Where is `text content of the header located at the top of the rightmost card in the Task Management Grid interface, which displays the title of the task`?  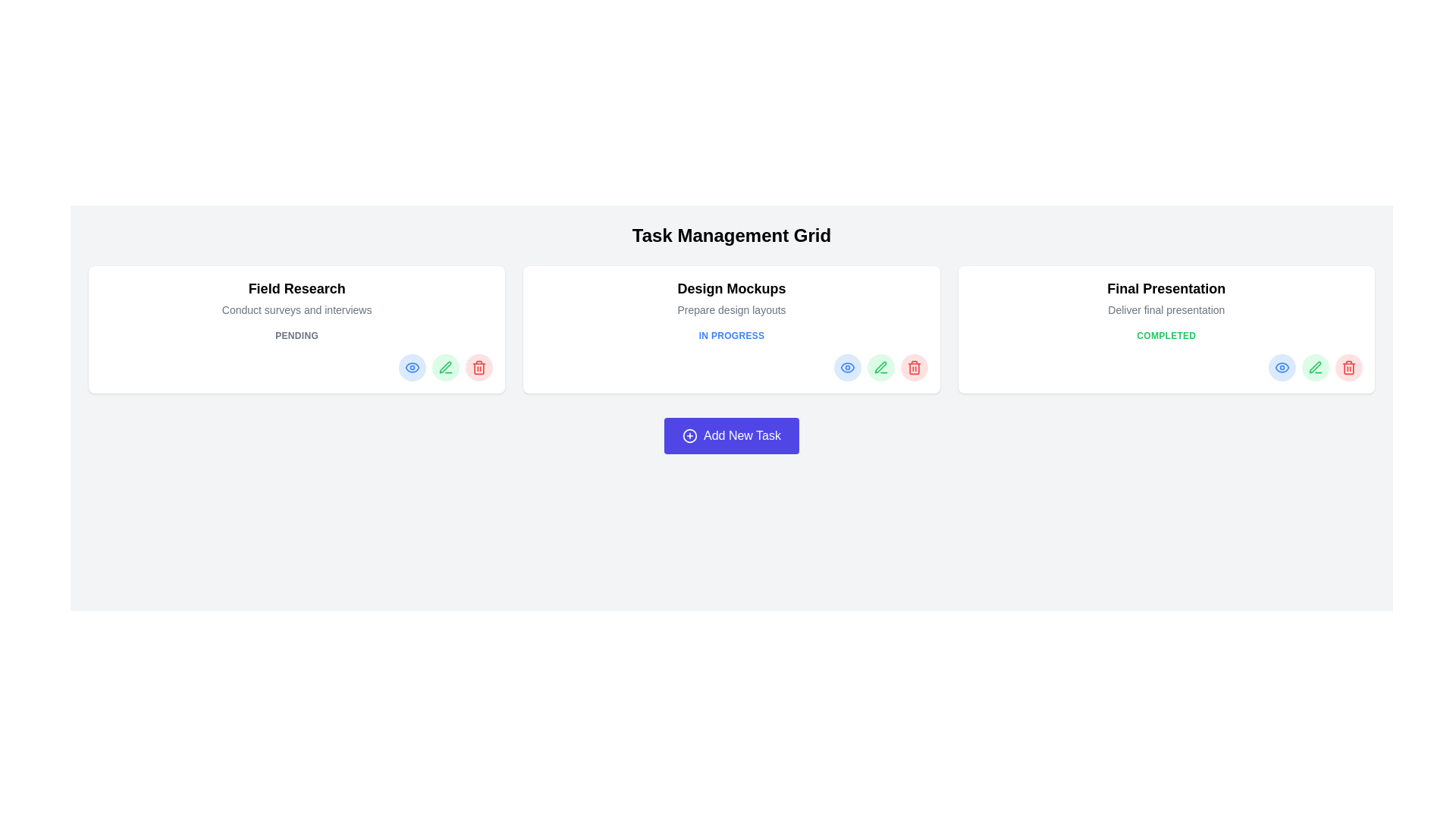 text content of the header located at the top of the rightmost card in the Task Management Grid interface, which displays the title of the task is located at coordinates (1166, 289).